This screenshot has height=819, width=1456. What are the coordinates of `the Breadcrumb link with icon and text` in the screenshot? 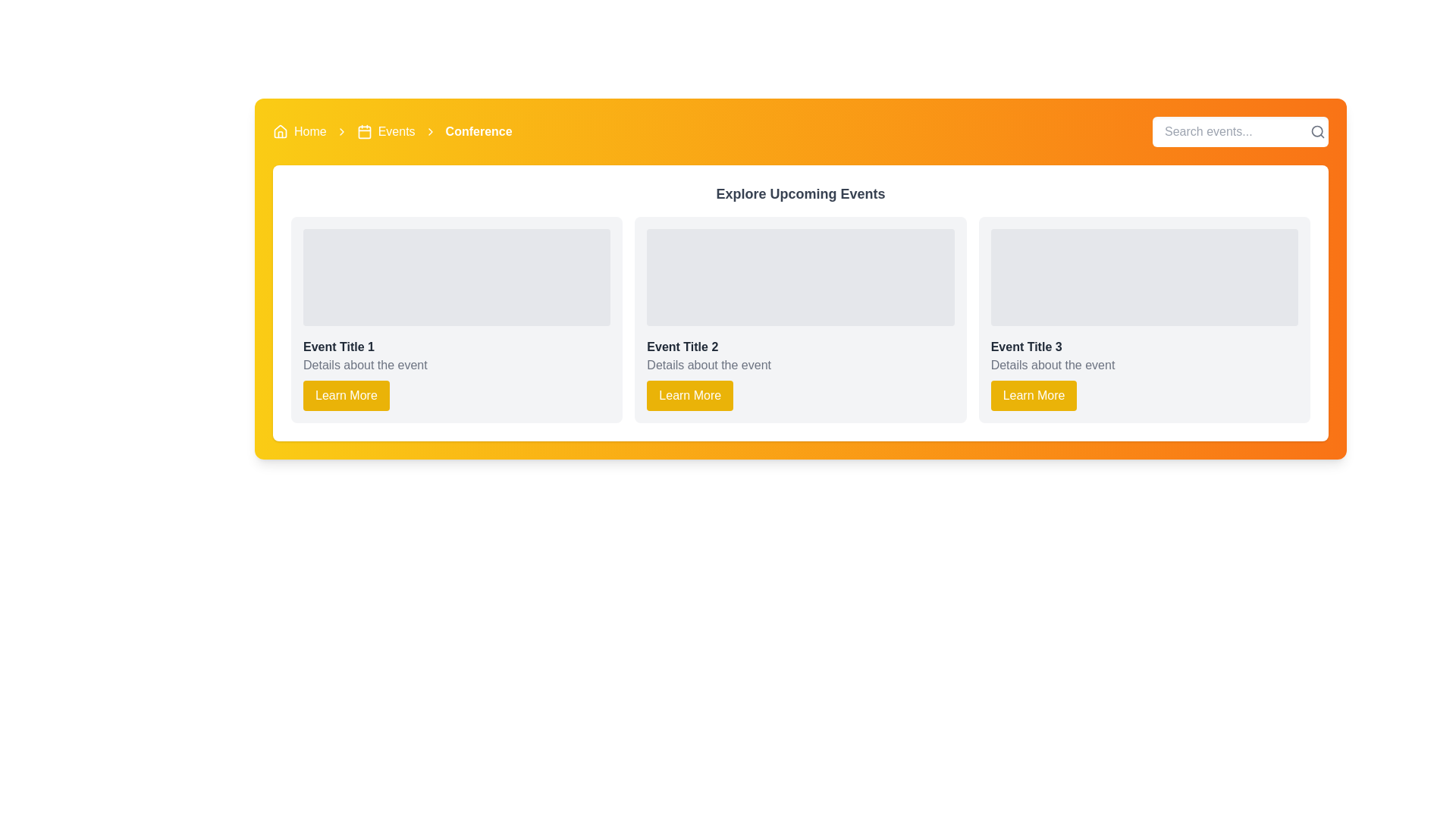 It's located at (300, 130).